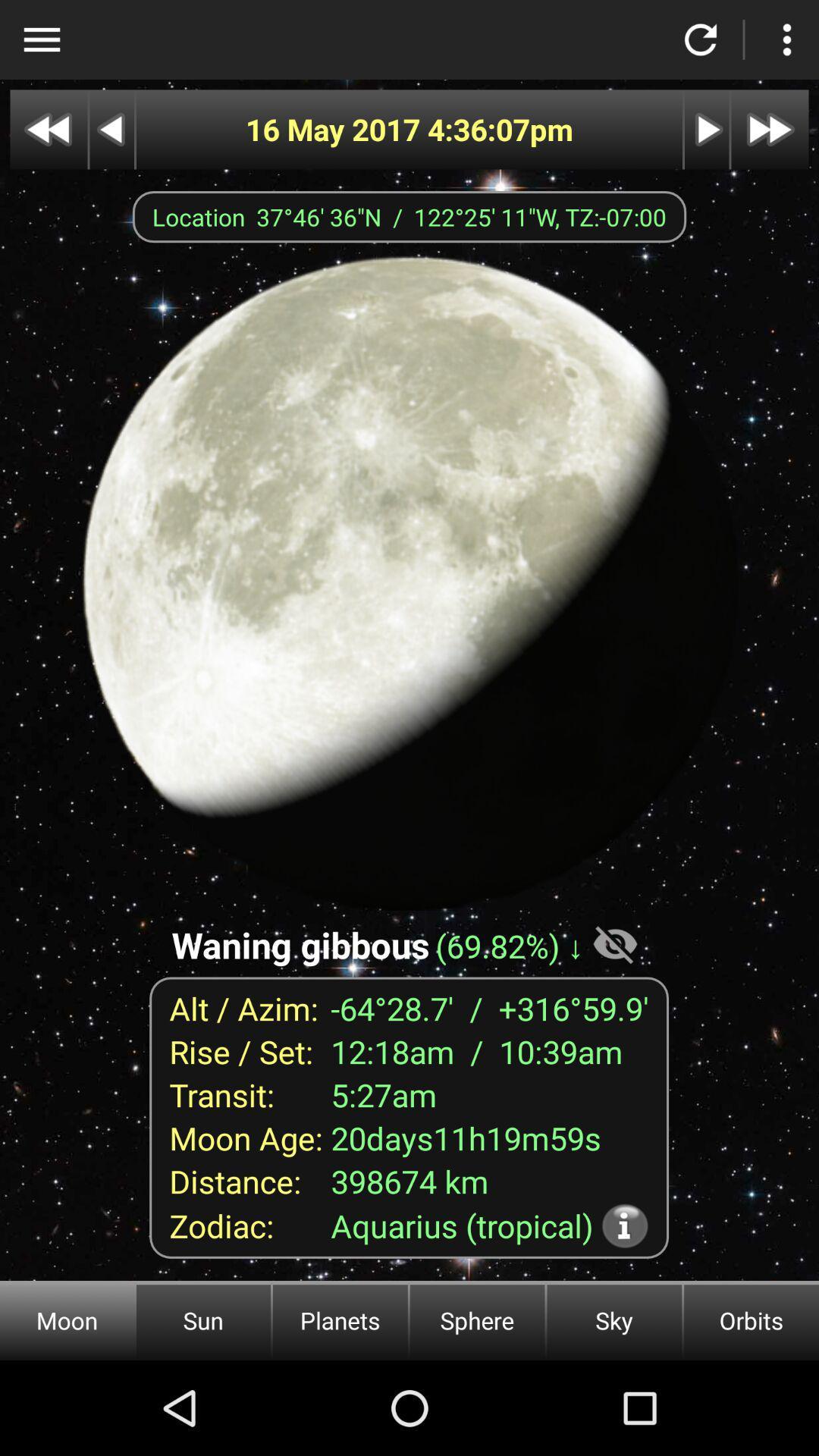  What do you see at coordinates (48, 130) in the screenshot?
I see `the av_rewind icon` at bounding box center [48, 130].